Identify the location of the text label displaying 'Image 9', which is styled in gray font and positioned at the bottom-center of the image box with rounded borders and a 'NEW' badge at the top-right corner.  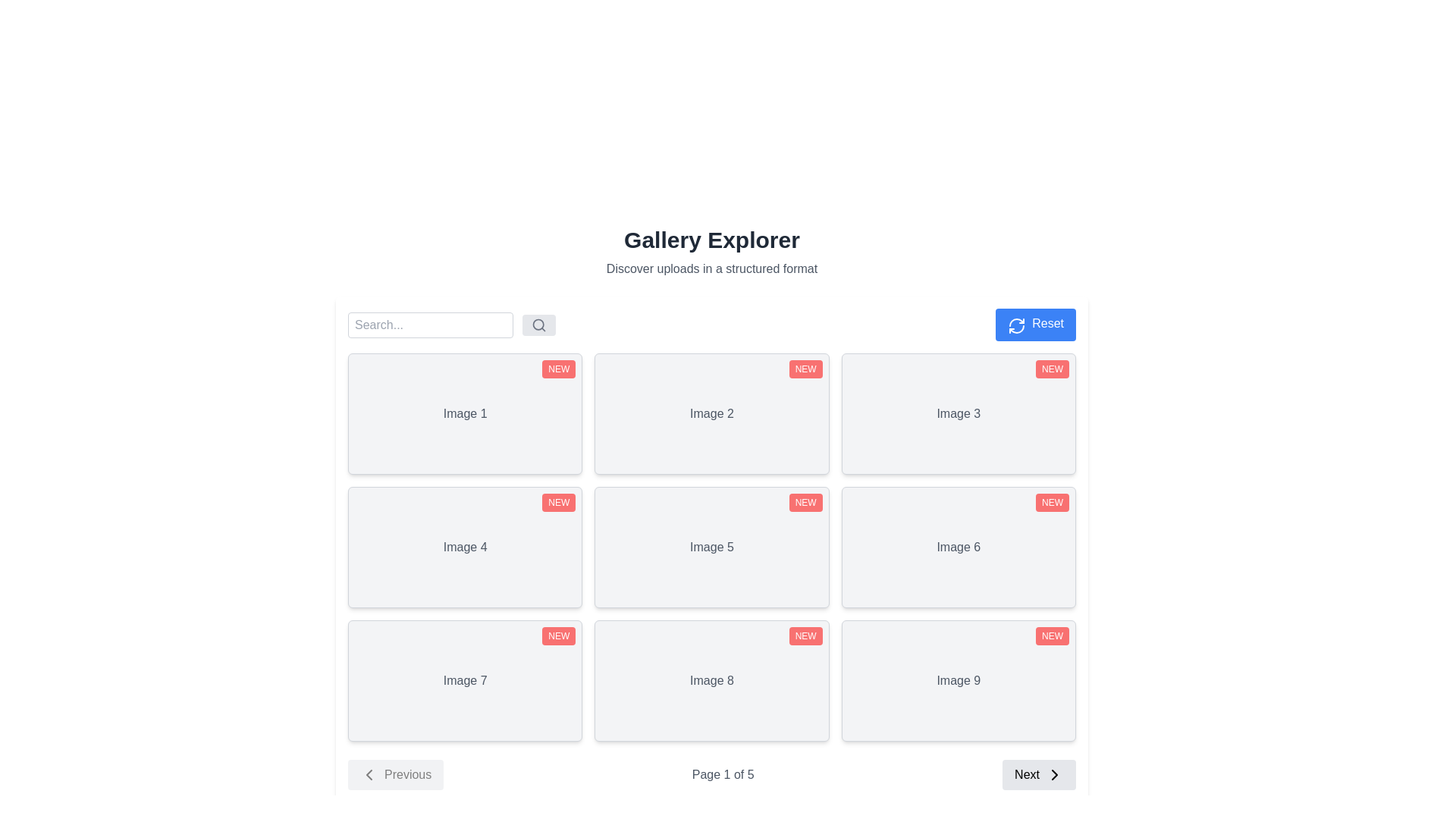
(958, 680).